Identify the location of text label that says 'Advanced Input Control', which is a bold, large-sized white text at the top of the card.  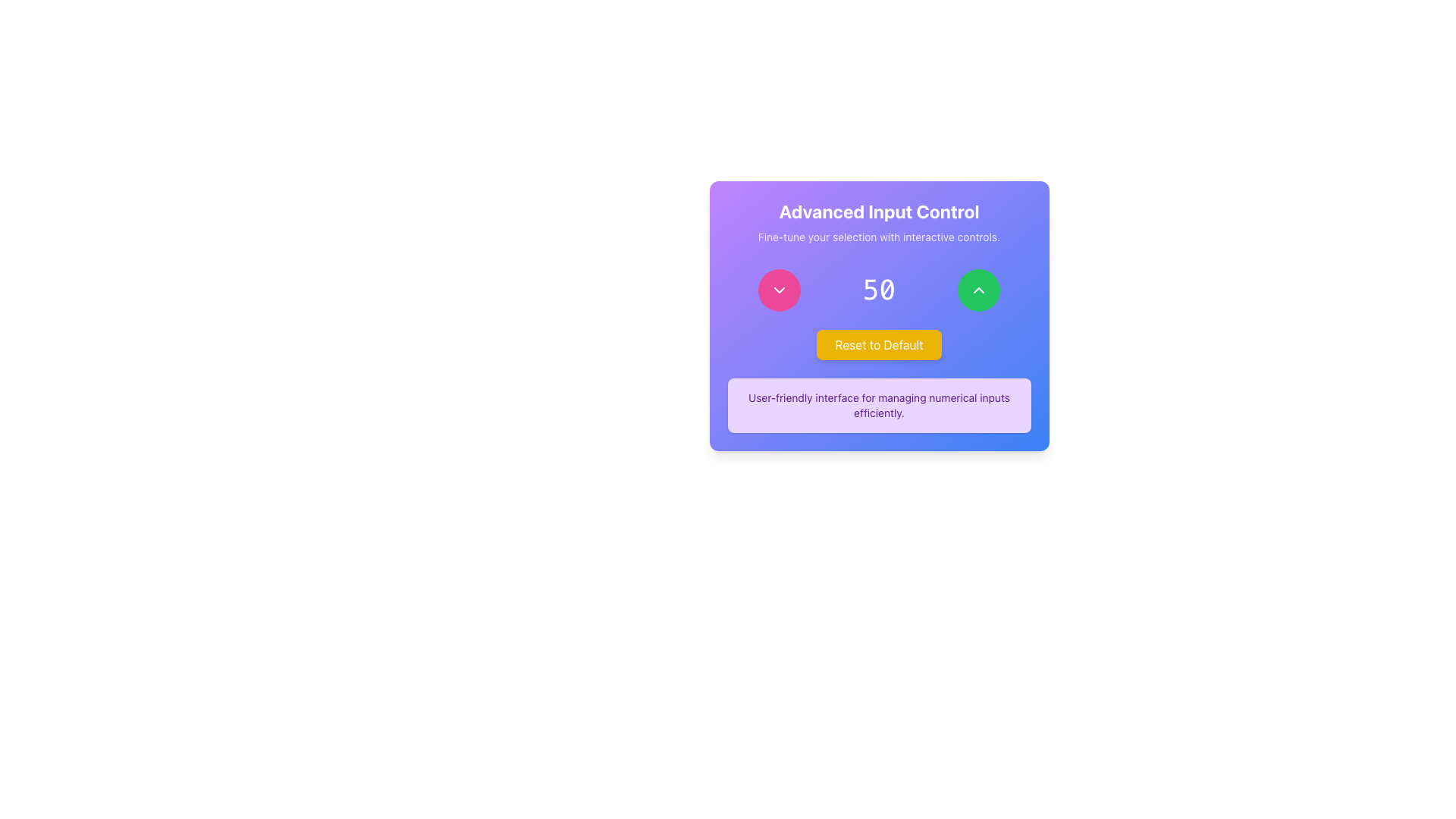
(879, 211).